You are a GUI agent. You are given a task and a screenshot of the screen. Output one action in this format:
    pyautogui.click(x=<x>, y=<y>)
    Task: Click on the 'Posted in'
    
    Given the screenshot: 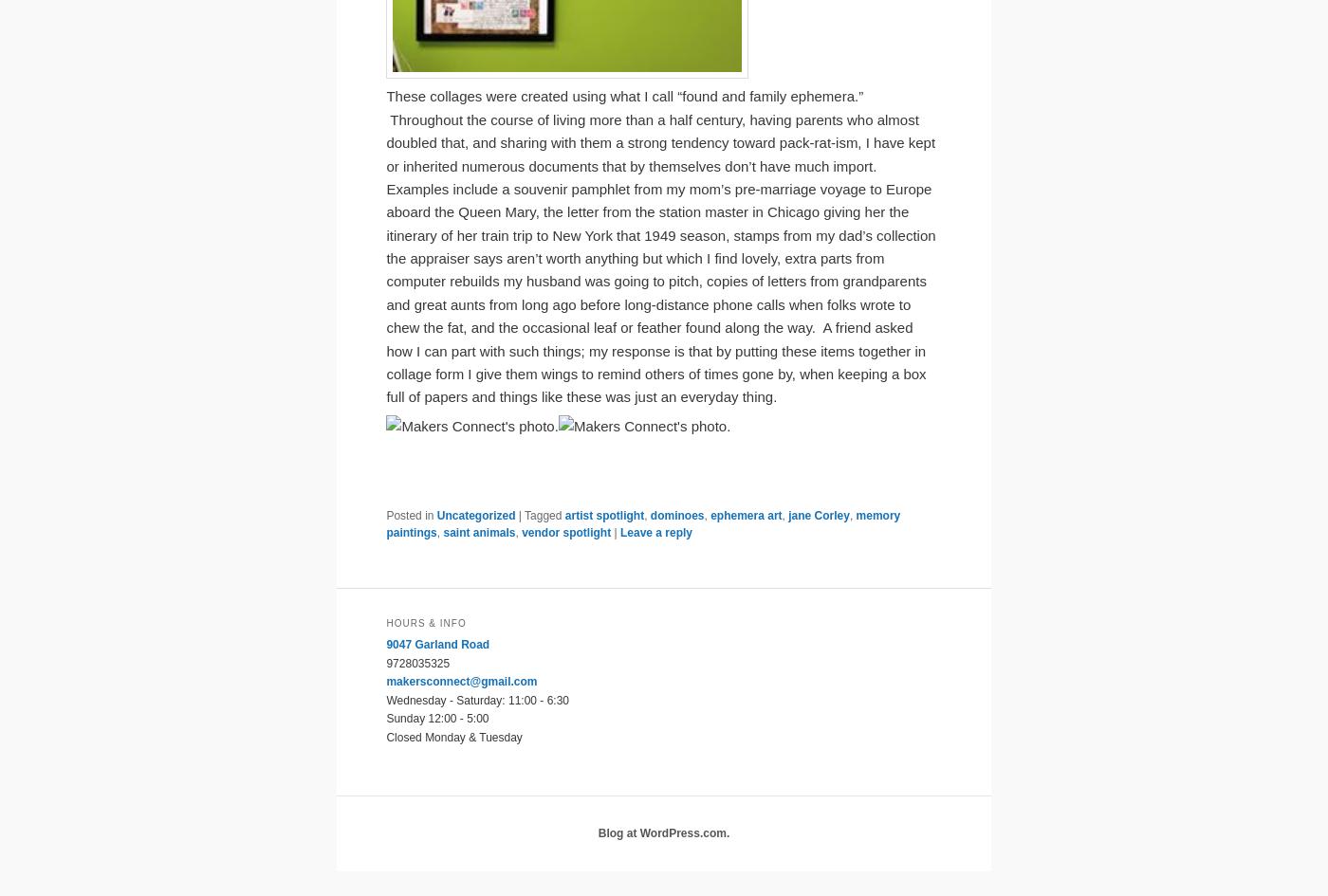 What is the action you would take?
    pyautogui.click(x=410, y=516)
    